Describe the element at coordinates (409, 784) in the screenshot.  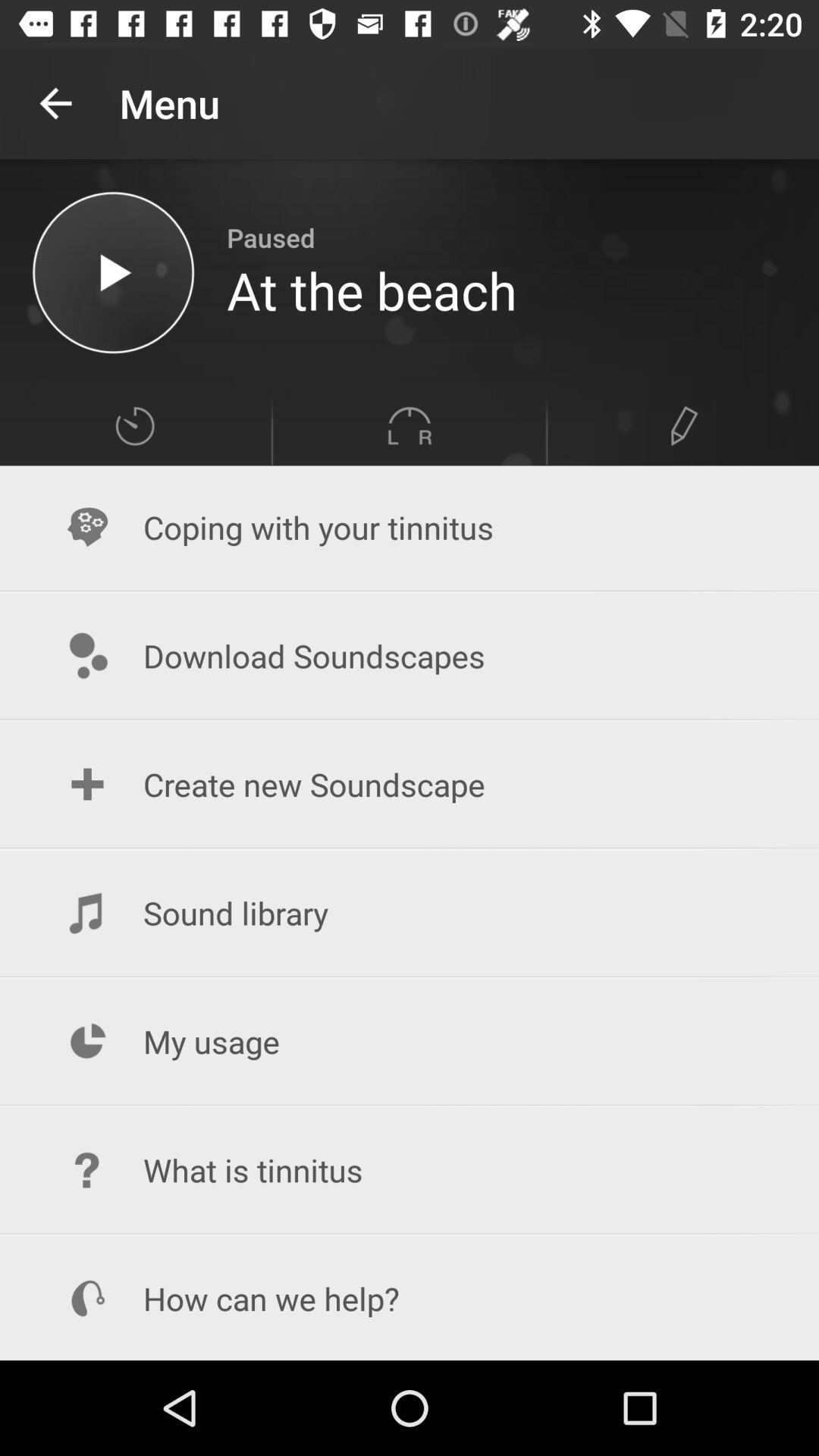
I see `item above the sound library` at that location.